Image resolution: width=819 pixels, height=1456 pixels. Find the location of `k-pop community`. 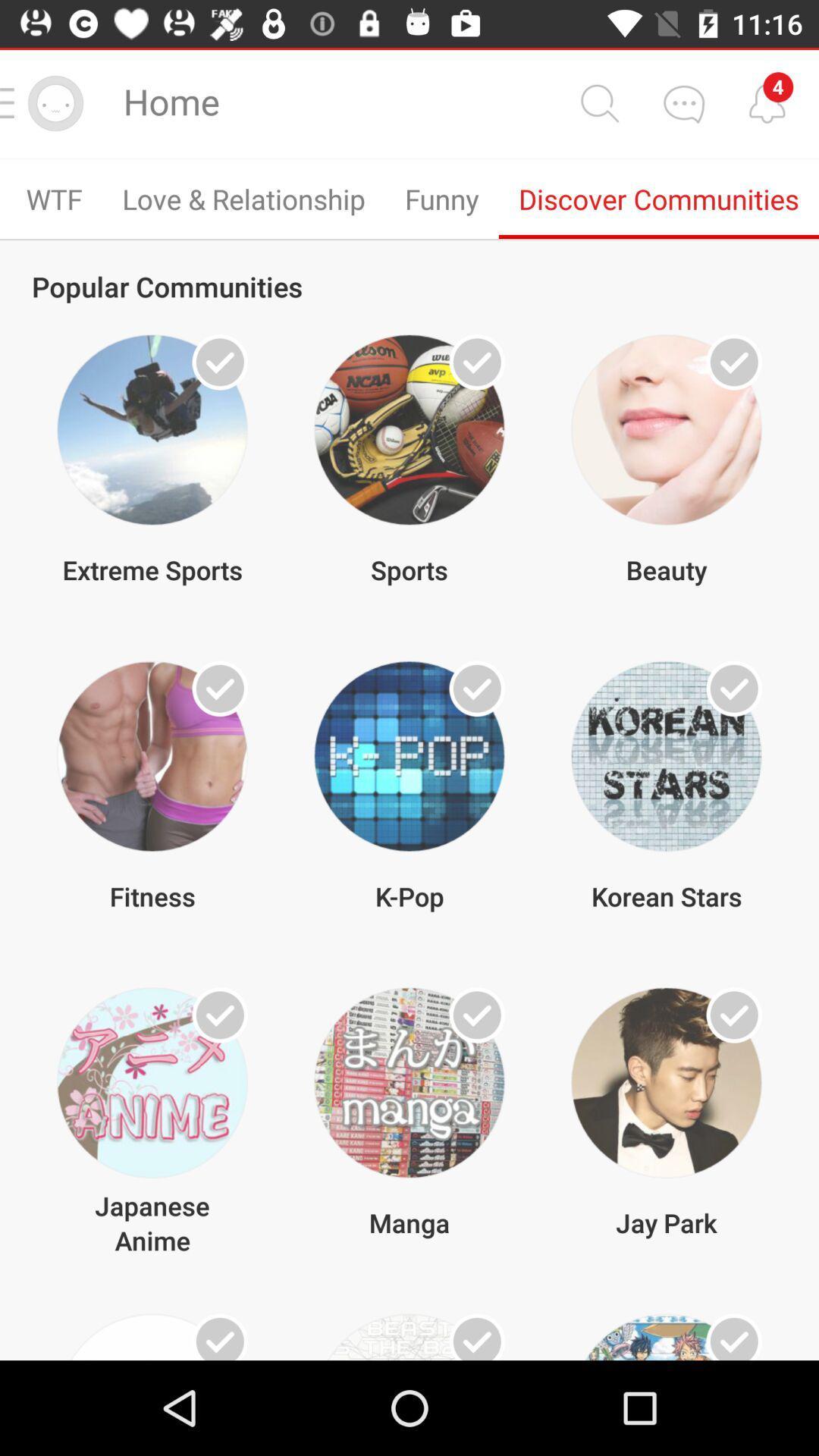

k-pop community is located at coordinates (476, 688).